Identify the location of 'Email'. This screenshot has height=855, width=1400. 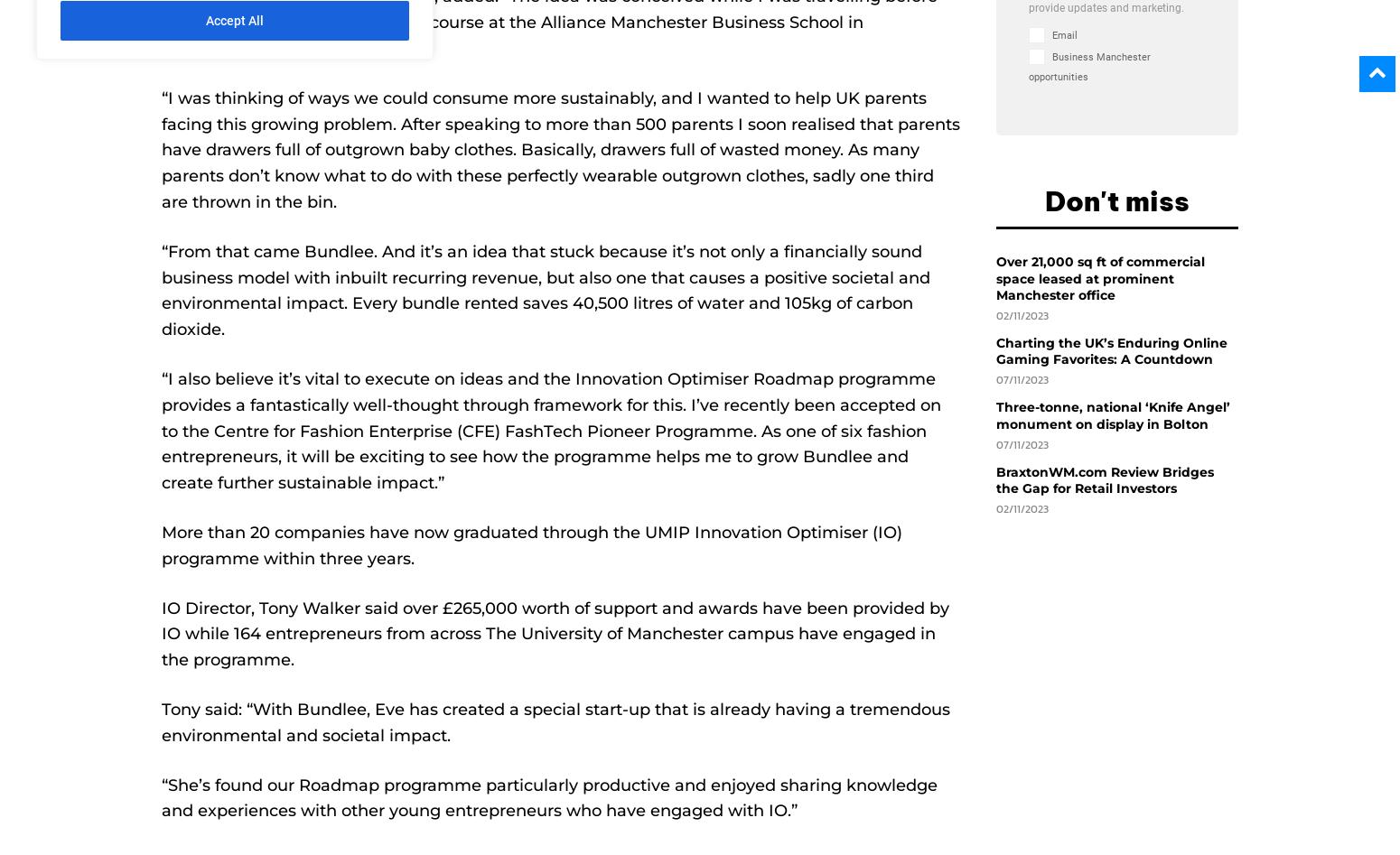
(1064, 35).